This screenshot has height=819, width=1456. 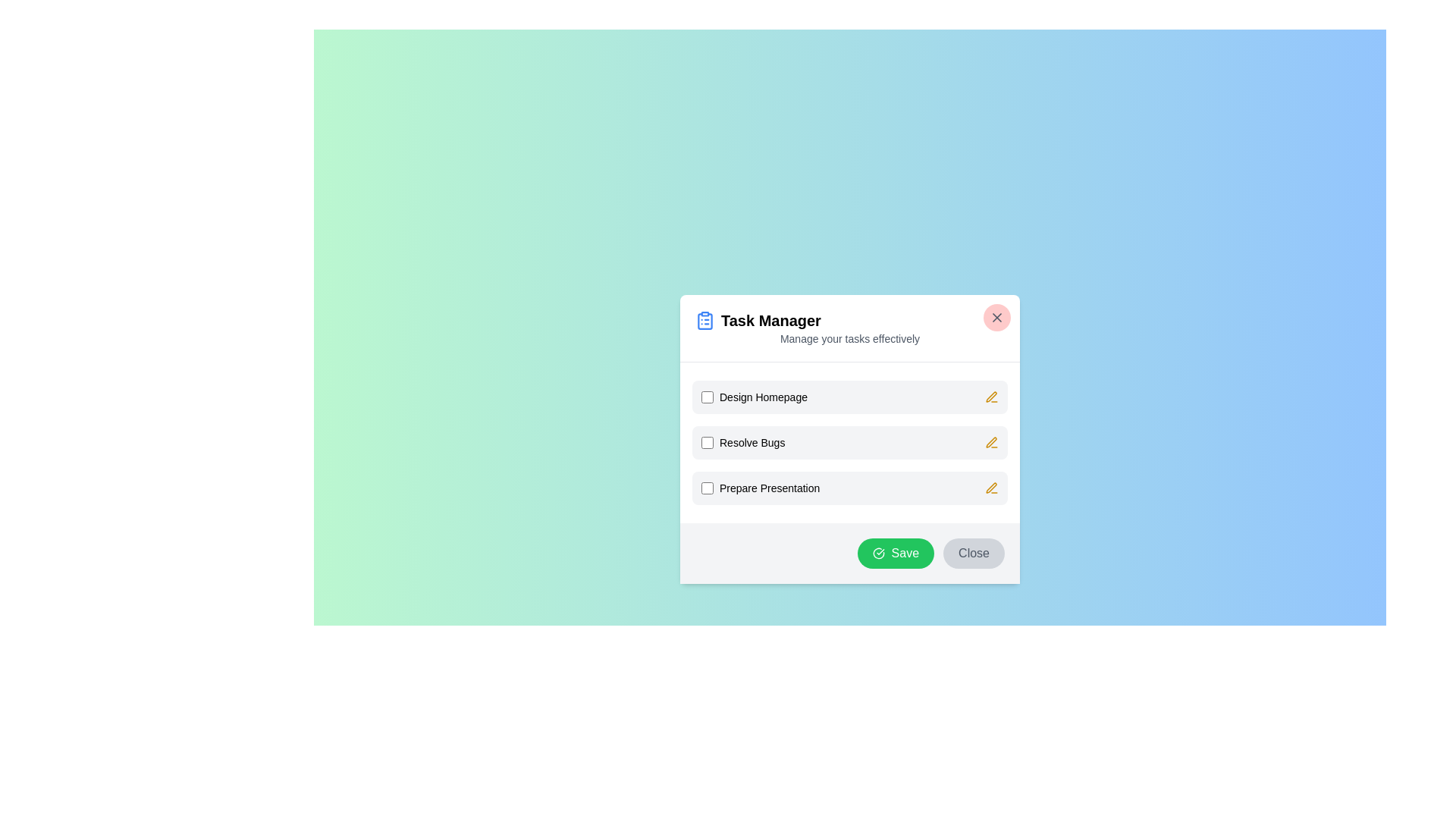 I want to click on the red 'X' icon in the top-right corner of the 'Task Manager' window, so click(x=997, y=315).